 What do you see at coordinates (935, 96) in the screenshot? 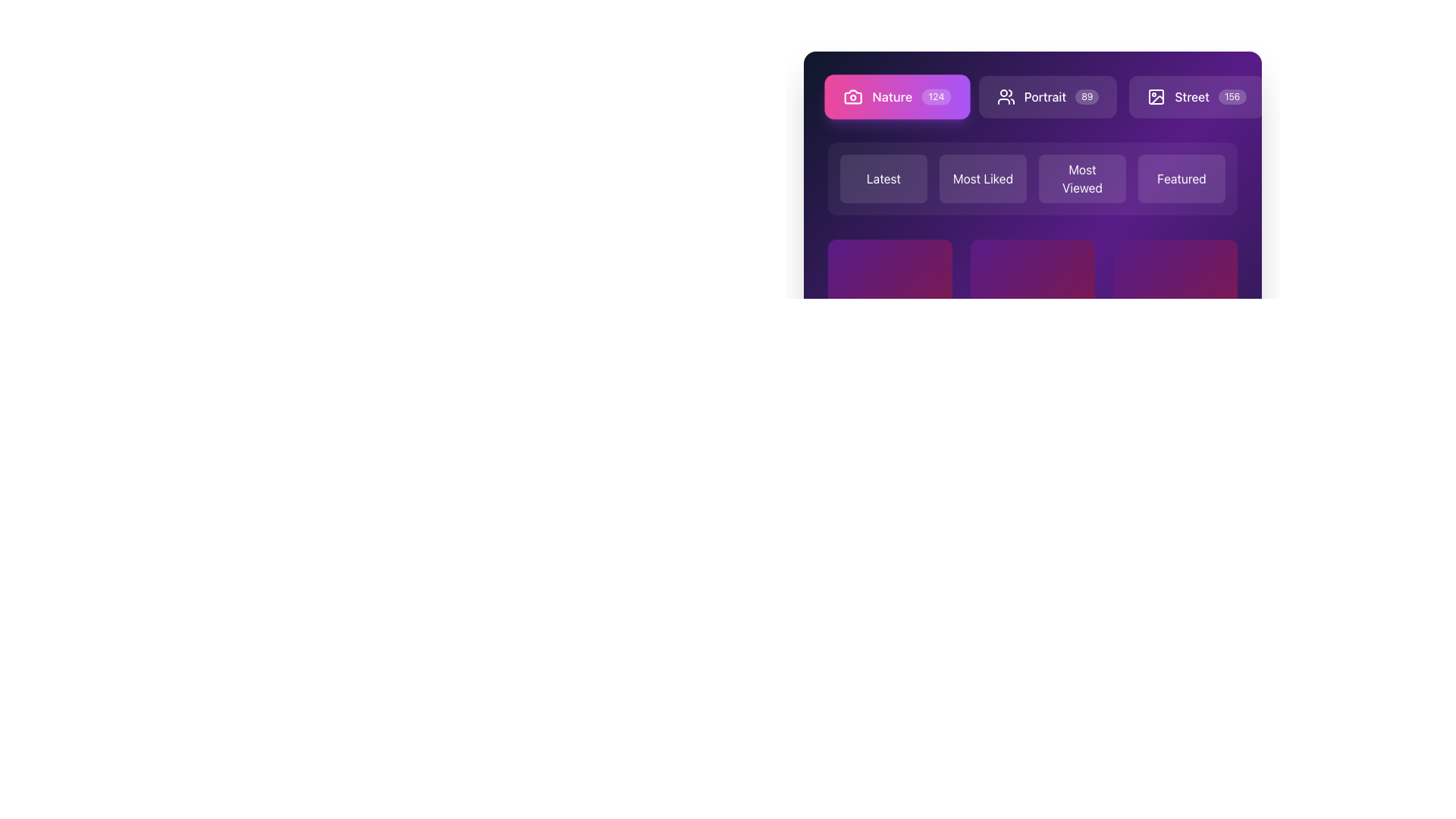
I see `the badge or notification counter located to the right of the 'Nature' text in the top horizontal navigation bar` at bounding box center [935, 96].